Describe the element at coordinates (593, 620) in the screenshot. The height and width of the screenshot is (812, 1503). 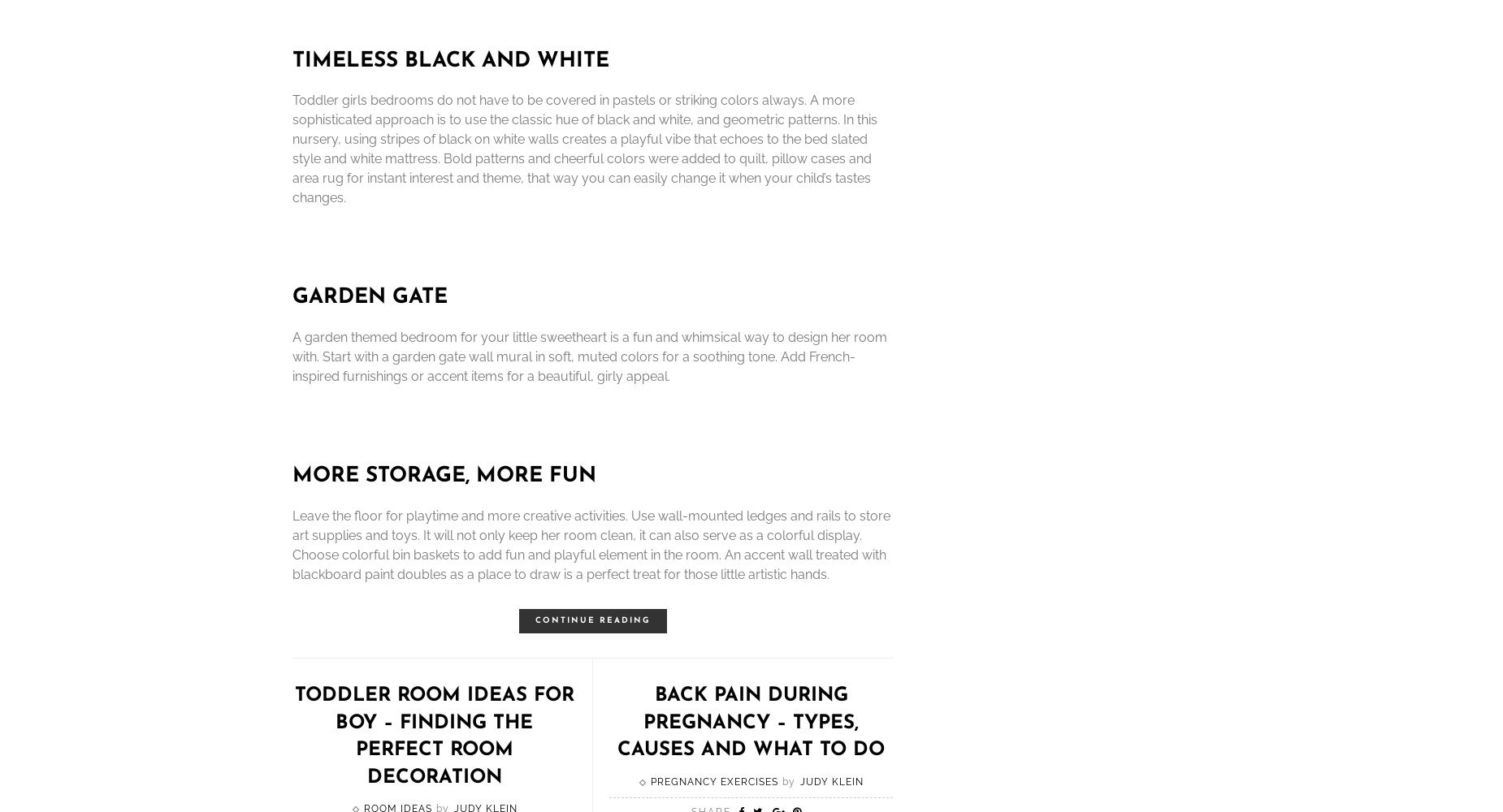
I see `'Continue Reading'` at that location.